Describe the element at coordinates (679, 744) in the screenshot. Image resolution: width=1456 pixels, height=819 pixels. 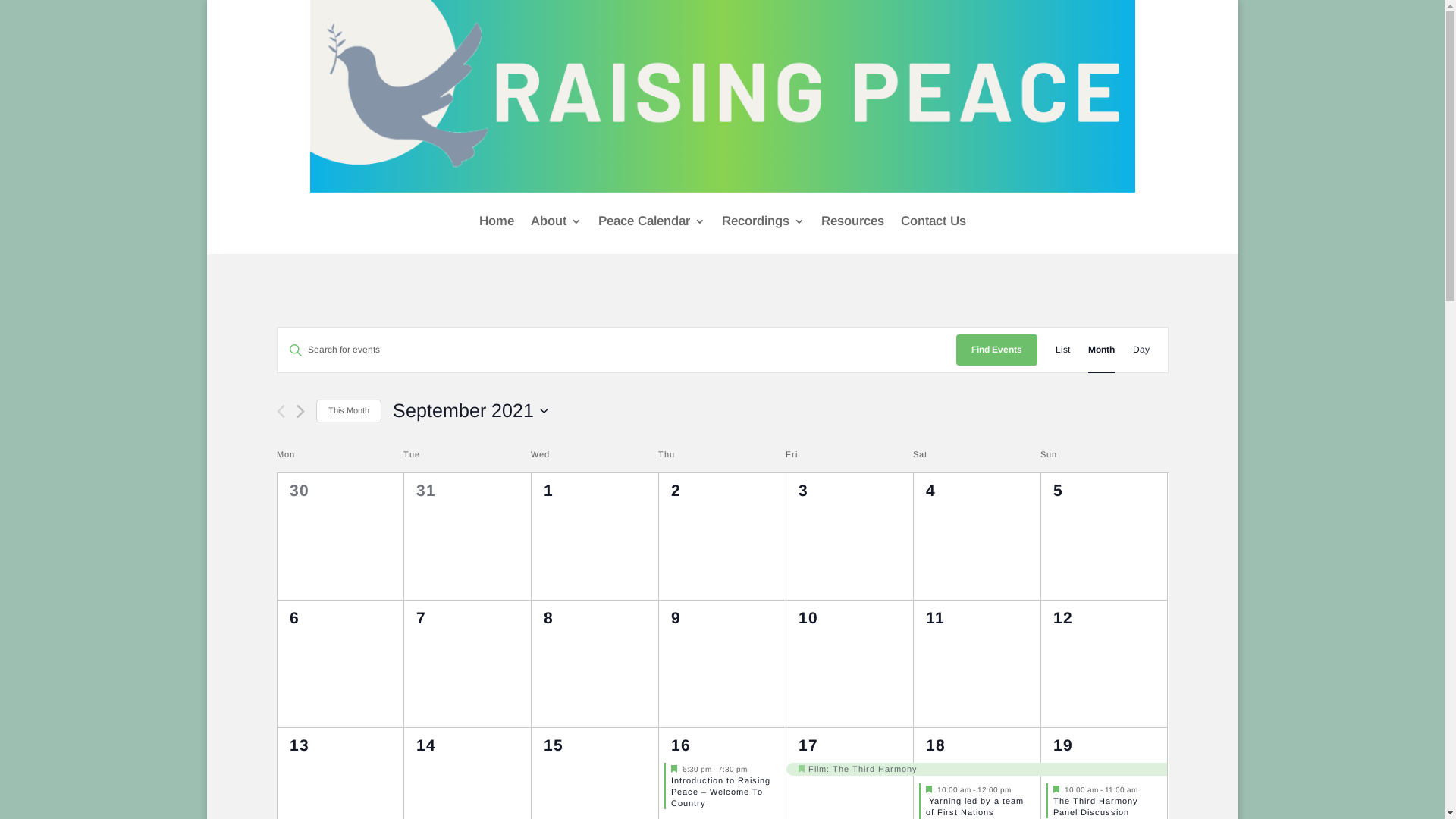
I see `'16'` at that location.